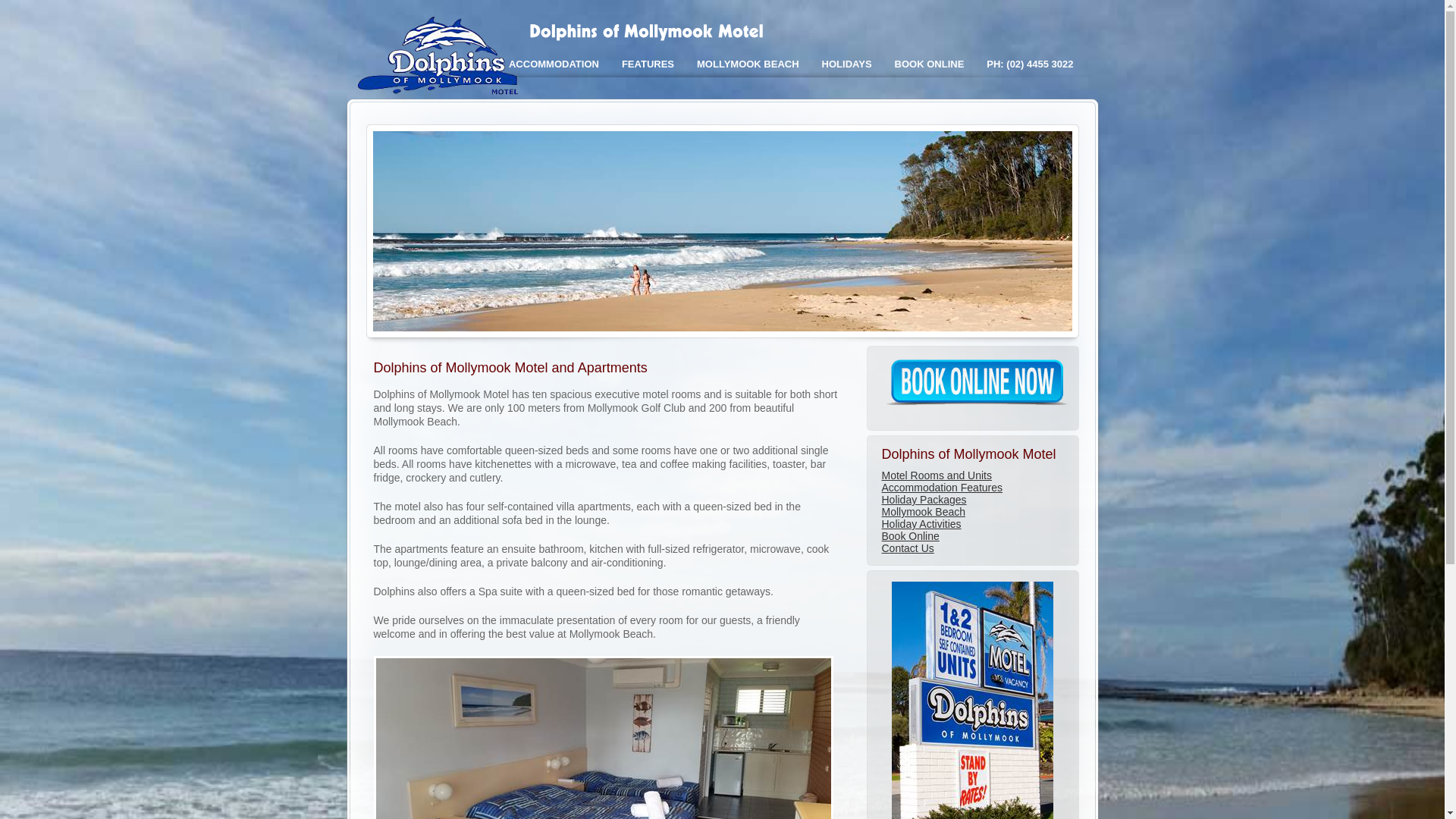 The height and width of the screenshot is (819, 1456). What do you see at coordinates (907, 548) in the screenshot?
I see `'Contact Us'` at bounding box center [907, 548].